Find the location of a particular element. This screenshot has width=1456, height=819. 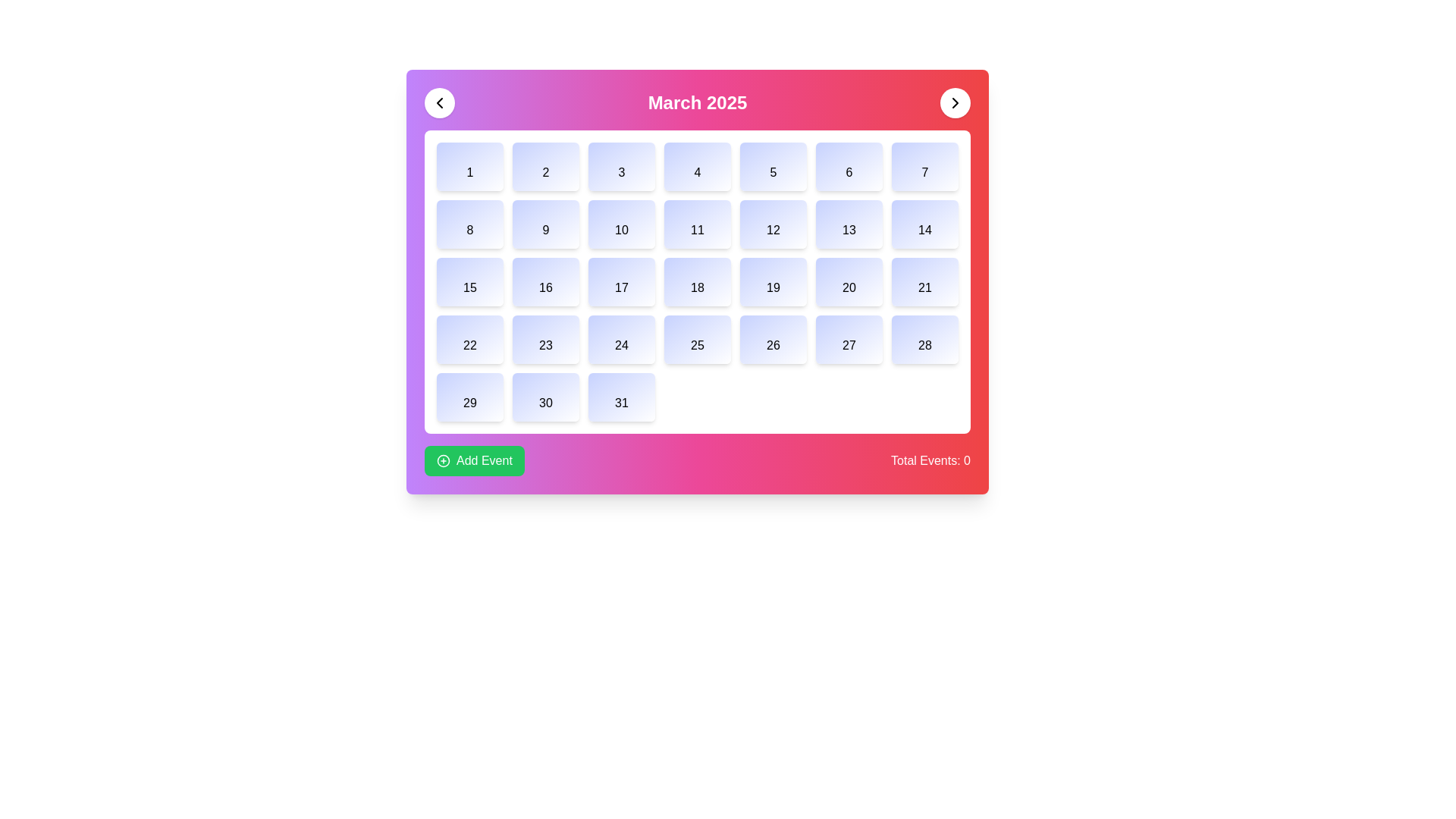

the calendar day box displaying the number '4' is located at coordinates (697, 166).